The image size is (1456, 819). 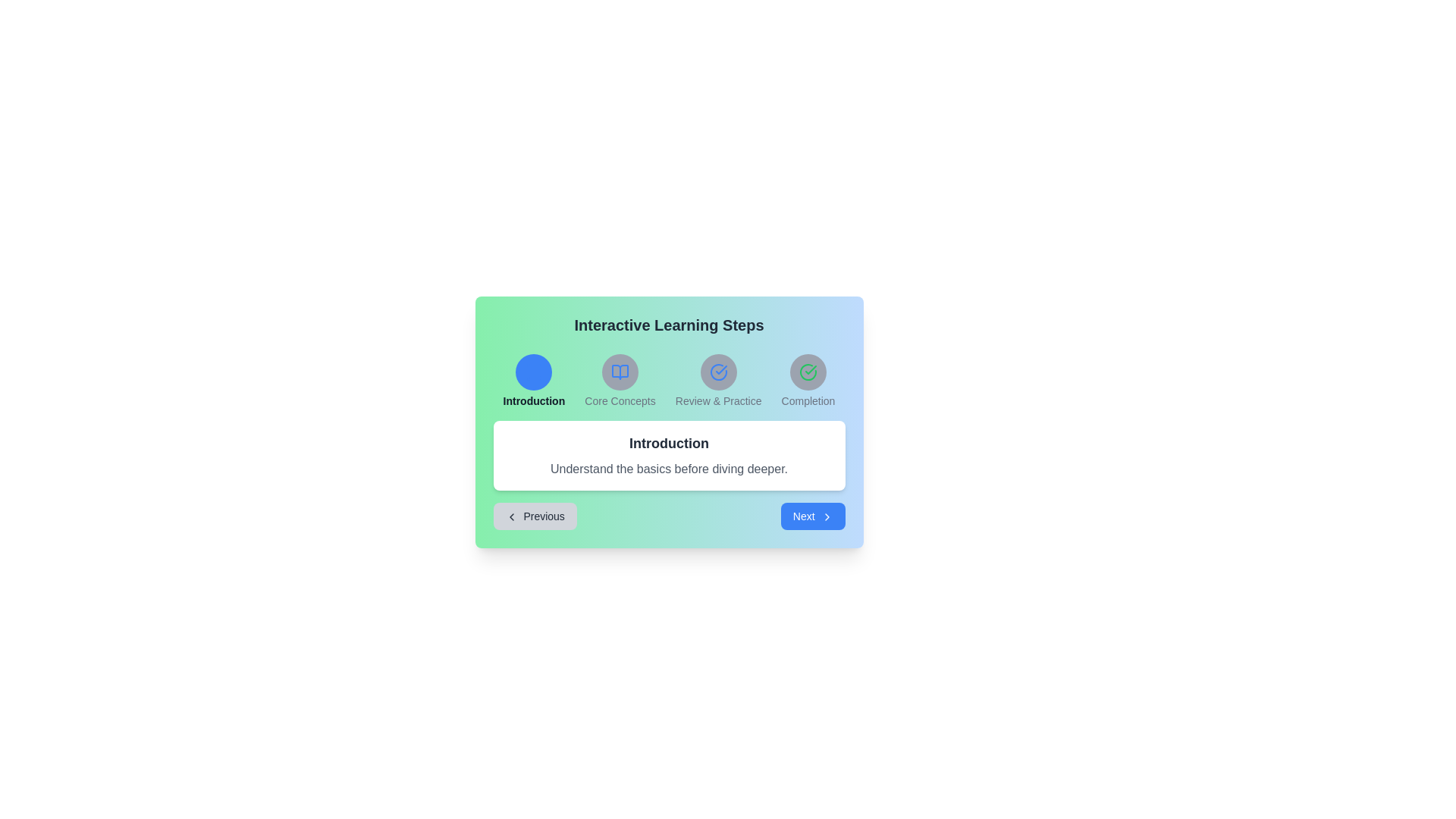 What do you see at coordinates (511, 516) in the screenshot?
I see `the left-pointing chevron icon located within the 'Previous' button at the bottom-left corner of the card interface` at bounding box center [511, 516].